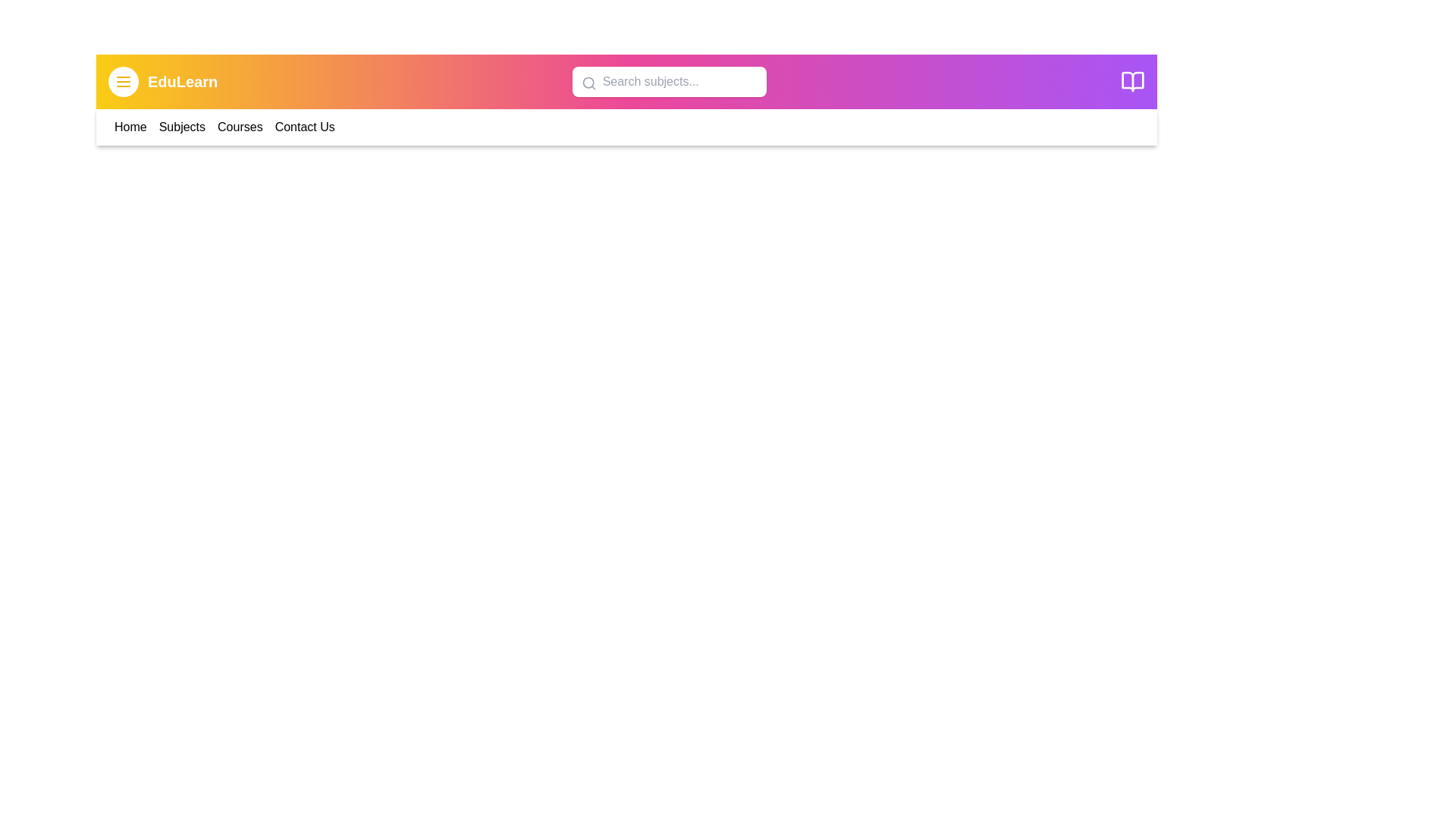  What do you see at coordinates (124, 82) in the screenshot?
I see `the menu toggle button to toggle the navigation menu` at bounding box center [124, 82].